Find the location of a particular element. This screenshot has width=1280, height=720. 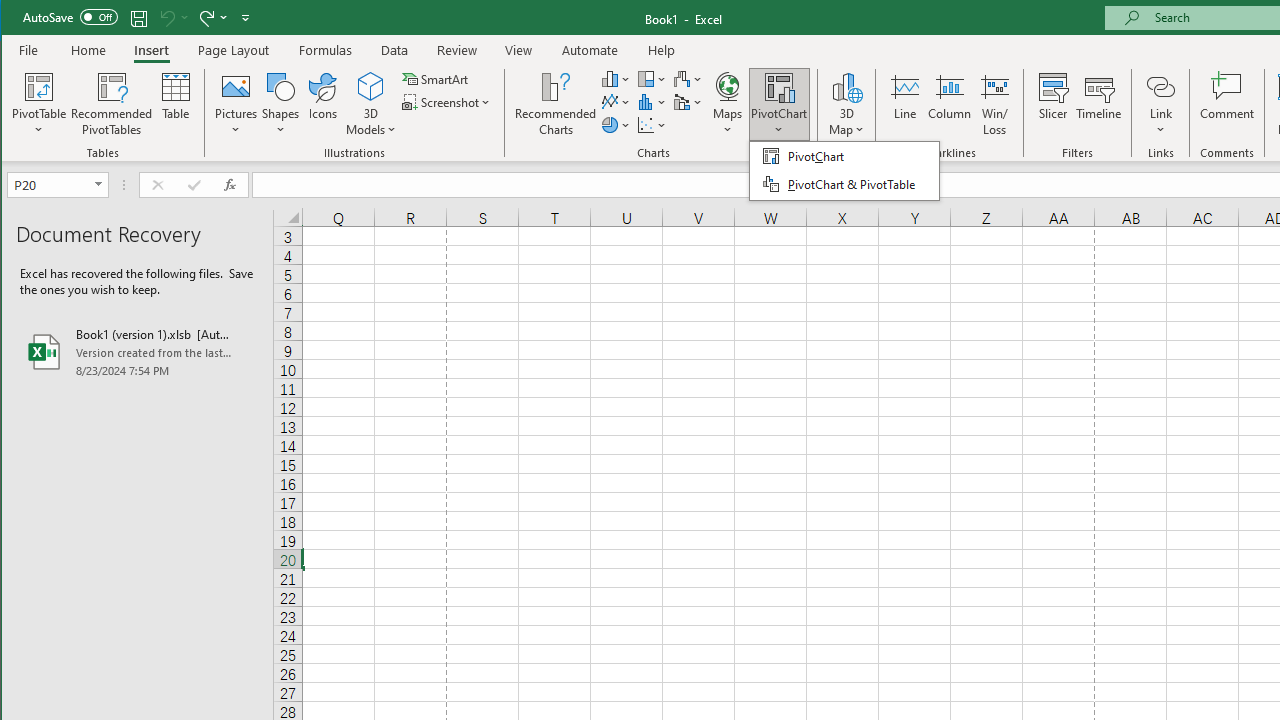

'Win/Loss' is located at coordinates (995, 104).